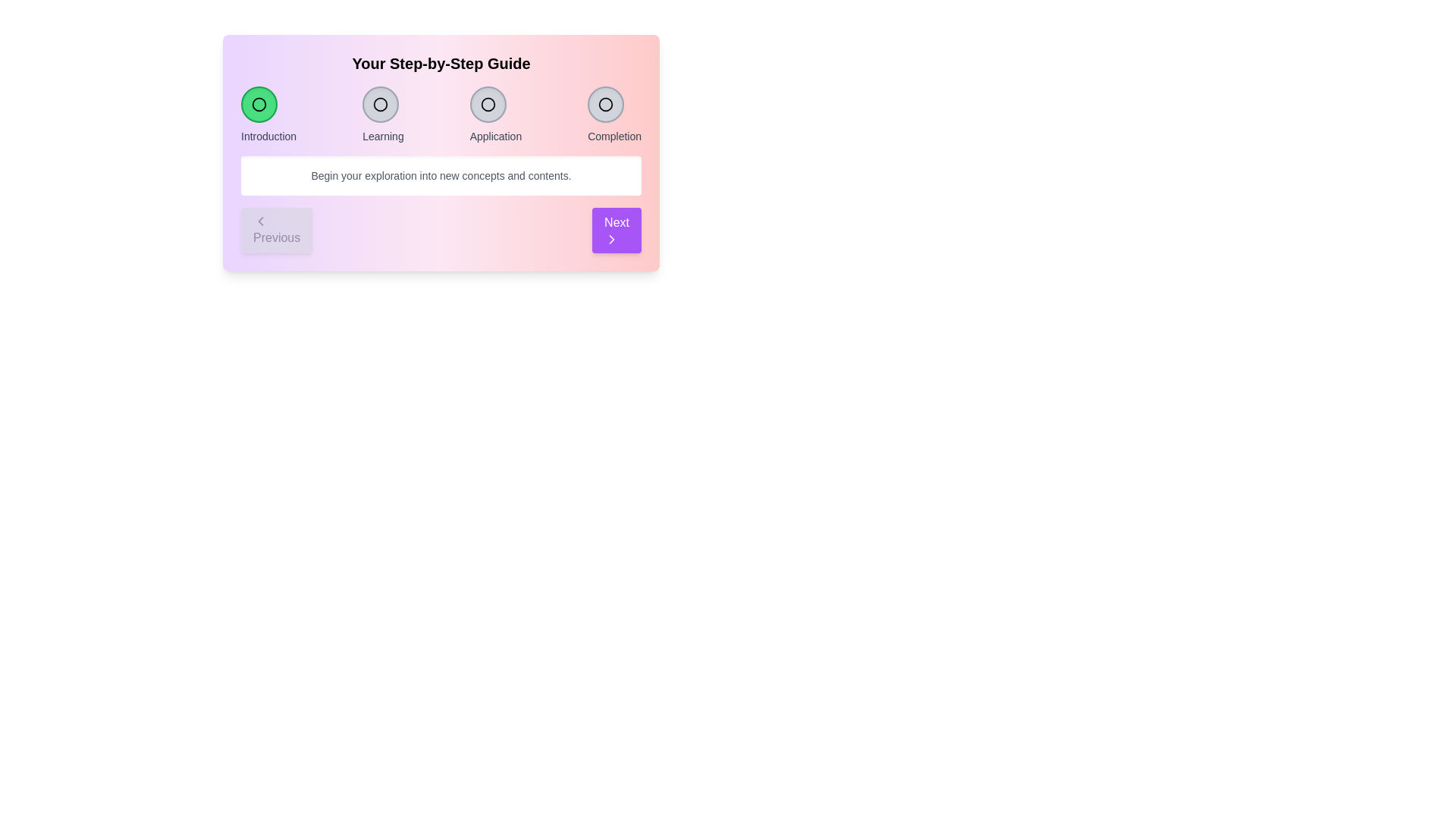 The image size is (1456, 819). Describe the element at coordinates (383, 136) in the screenshot. I see `the descriptive Text label for the second step in the user's step-by-step guide, located beneath an icon in the center of the second step of a horizontally oriented progress guide` at that location.